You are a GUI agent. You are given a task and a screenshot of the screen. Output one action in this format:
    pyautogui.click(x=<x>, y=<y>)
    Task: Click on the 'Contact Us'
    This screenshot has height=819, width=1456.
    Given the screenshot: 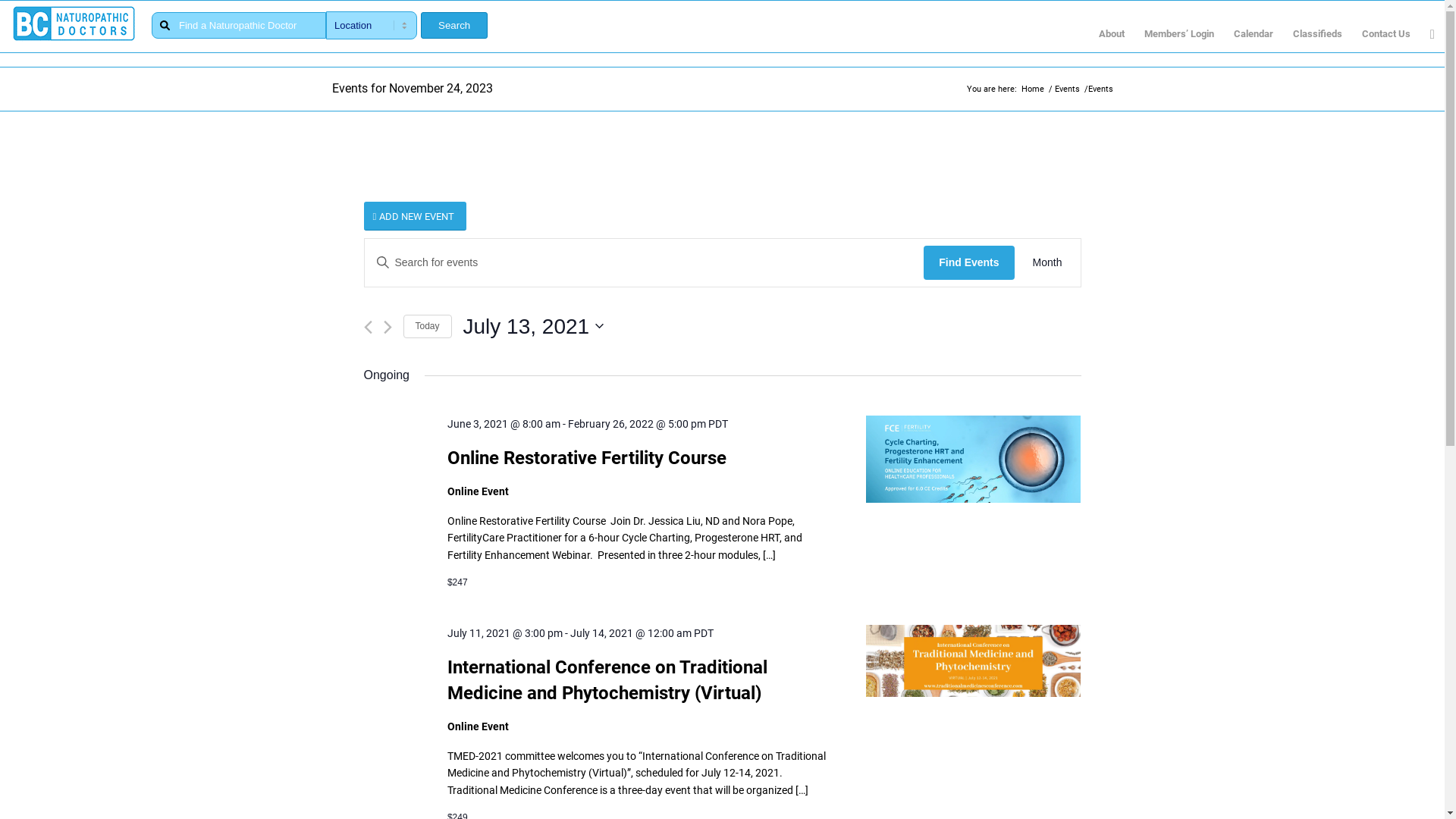 What is the action you would take?
    pyautogui.click(x=1386, y=34)
    